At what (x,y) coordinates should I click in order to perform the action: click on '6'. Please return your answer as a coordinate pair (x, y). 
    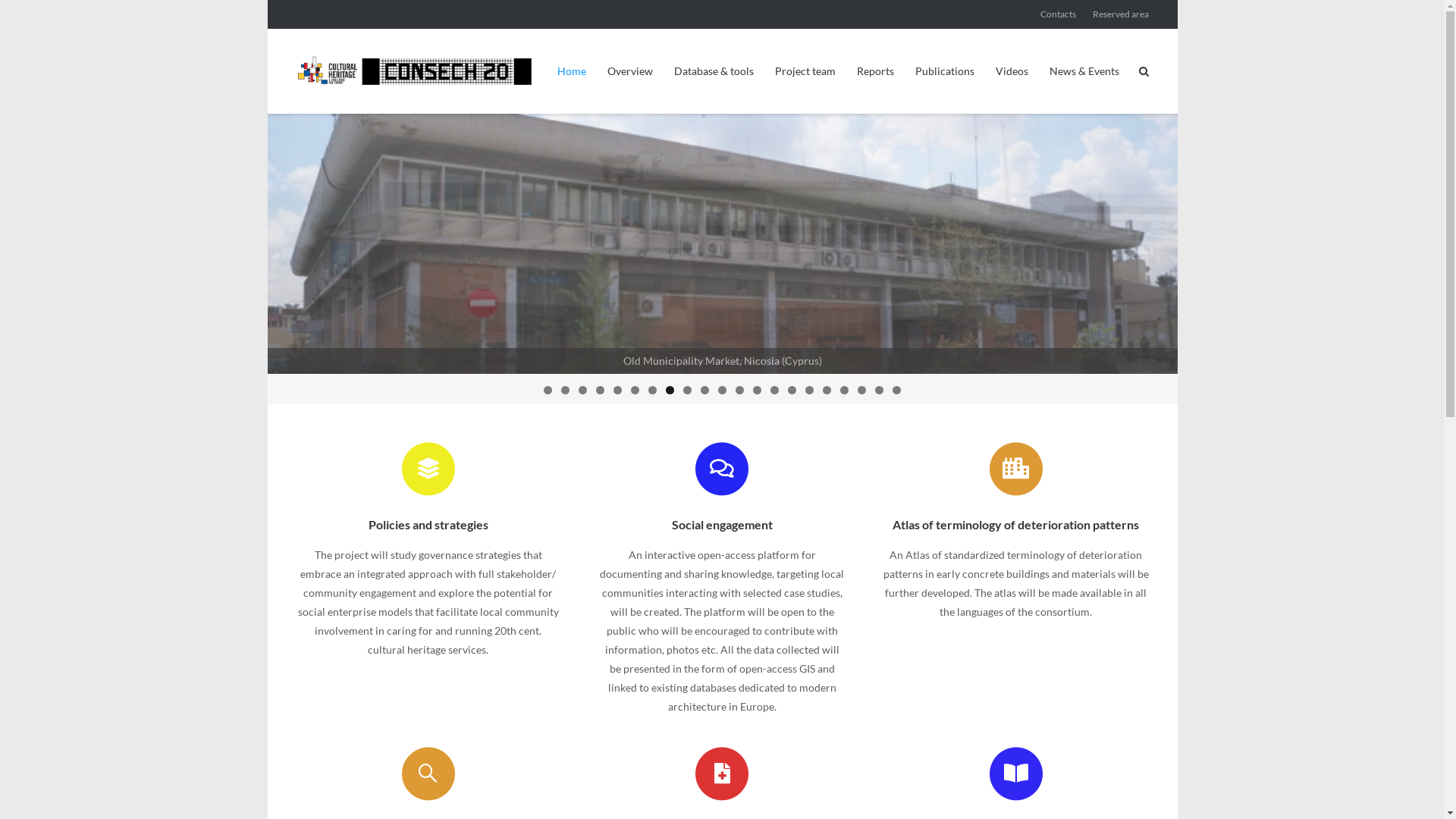
    Looking at the image, I should click on (635, 389).